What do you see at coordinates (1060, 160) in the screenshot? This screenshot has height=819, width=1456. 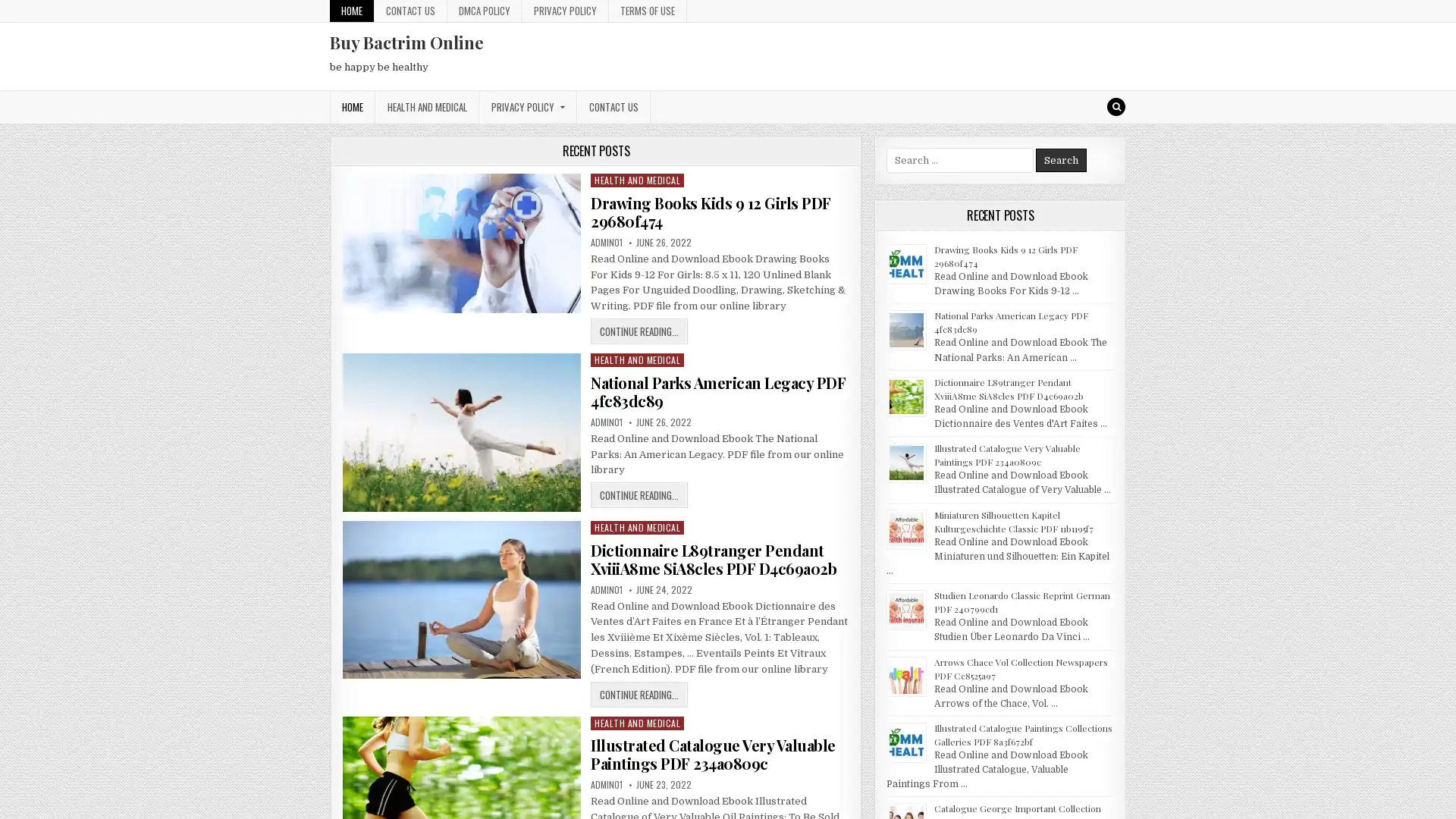 I see `Search` at bounding box center [1060, 160].